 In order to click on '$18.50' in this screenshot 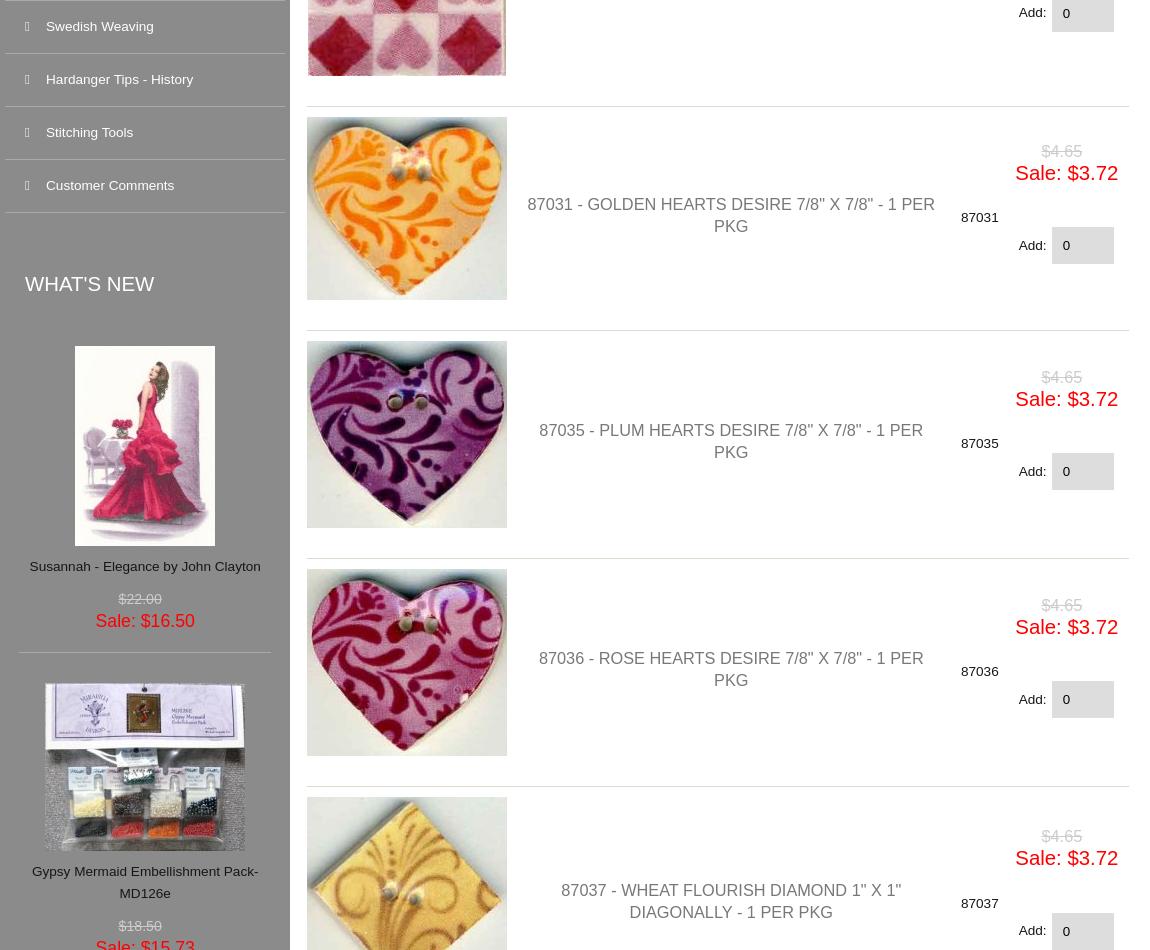, I will do `click(138, 924)`.